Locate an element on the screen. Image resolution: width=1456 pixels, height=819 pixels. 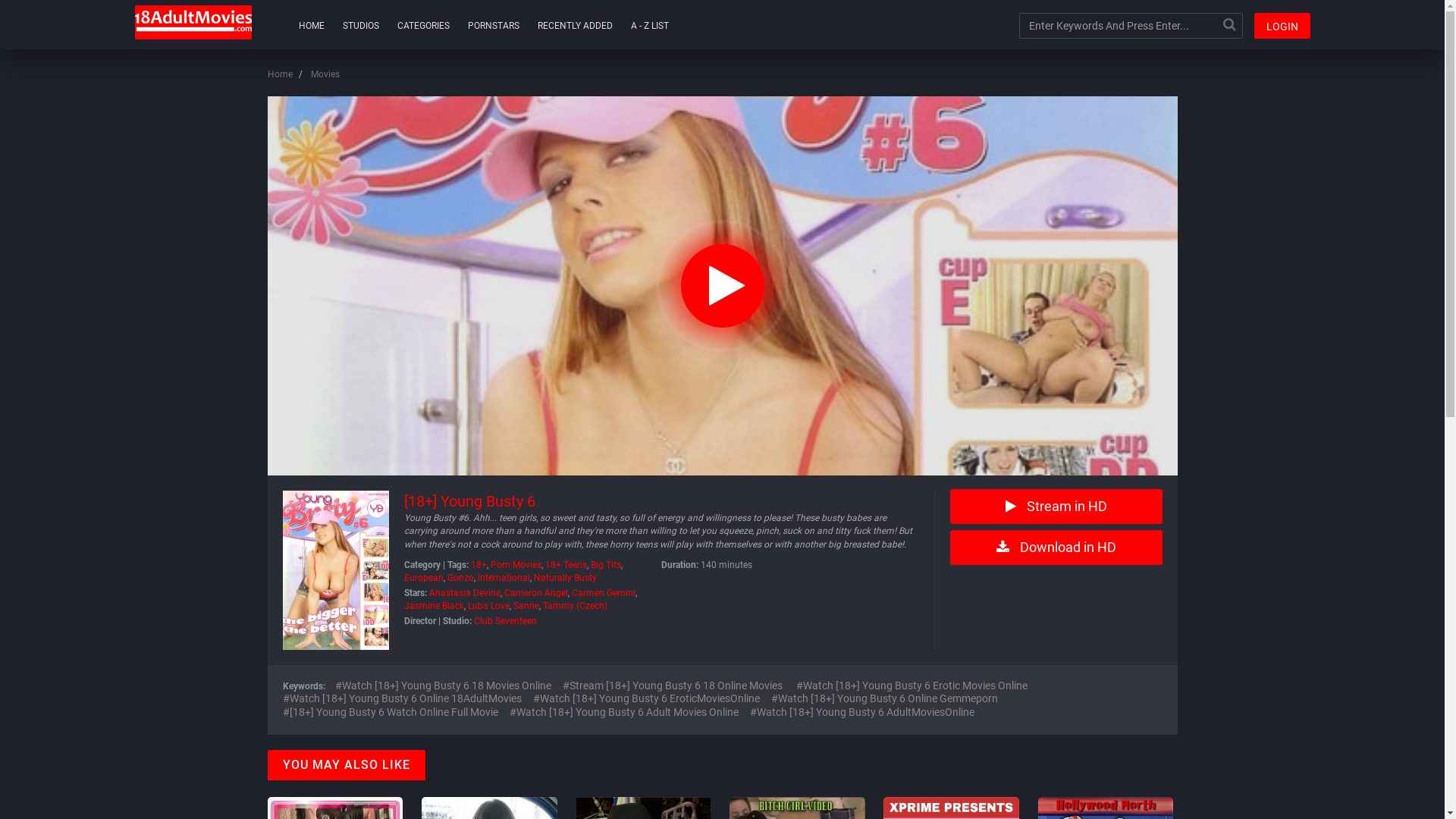
'Watch [18+] Young Busty 6 18 Movies Online' is located at coordinates (442, 686).